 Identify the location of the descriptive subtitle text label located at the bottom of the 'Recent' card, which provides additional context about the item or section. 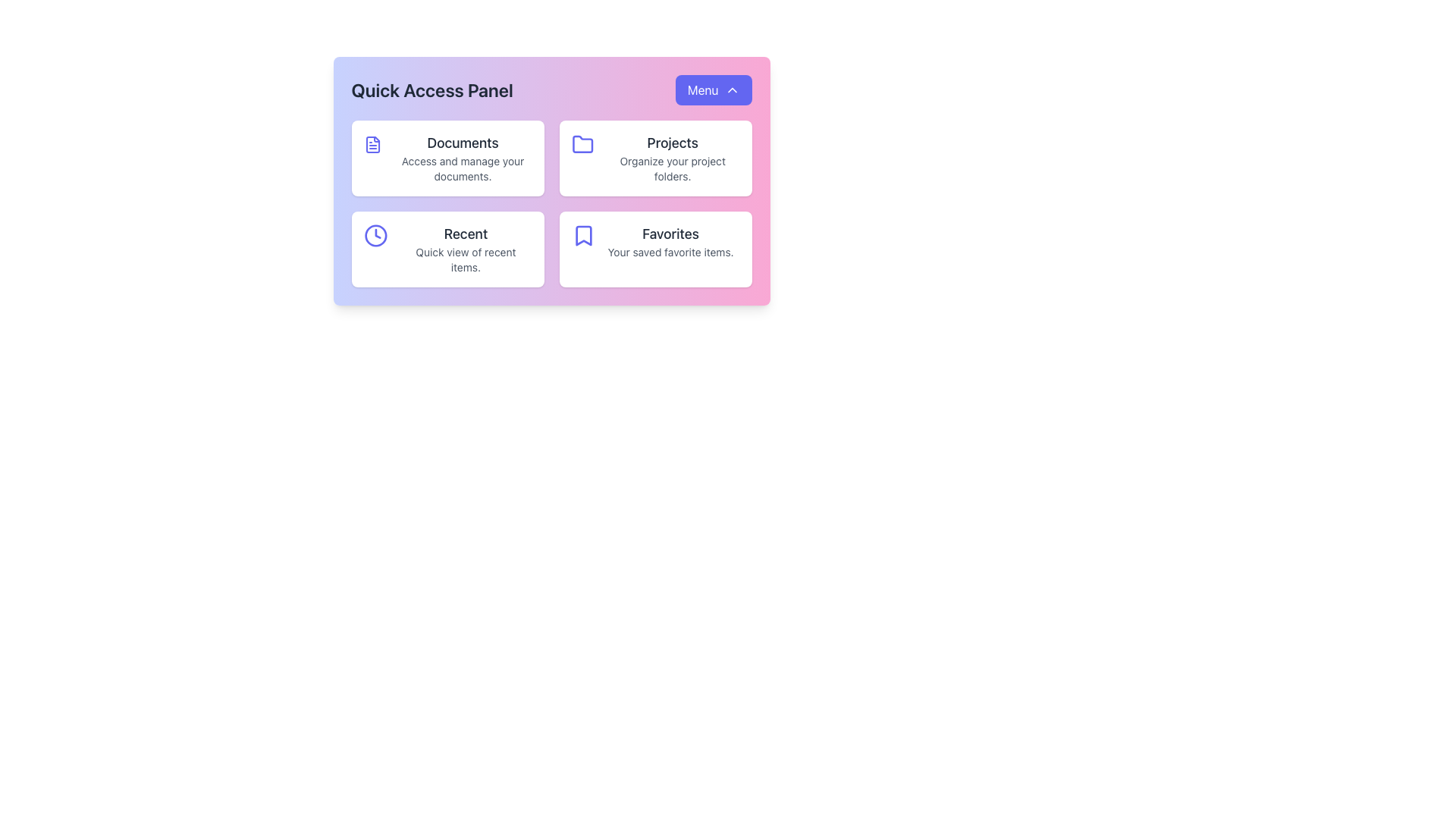
(465, 259).